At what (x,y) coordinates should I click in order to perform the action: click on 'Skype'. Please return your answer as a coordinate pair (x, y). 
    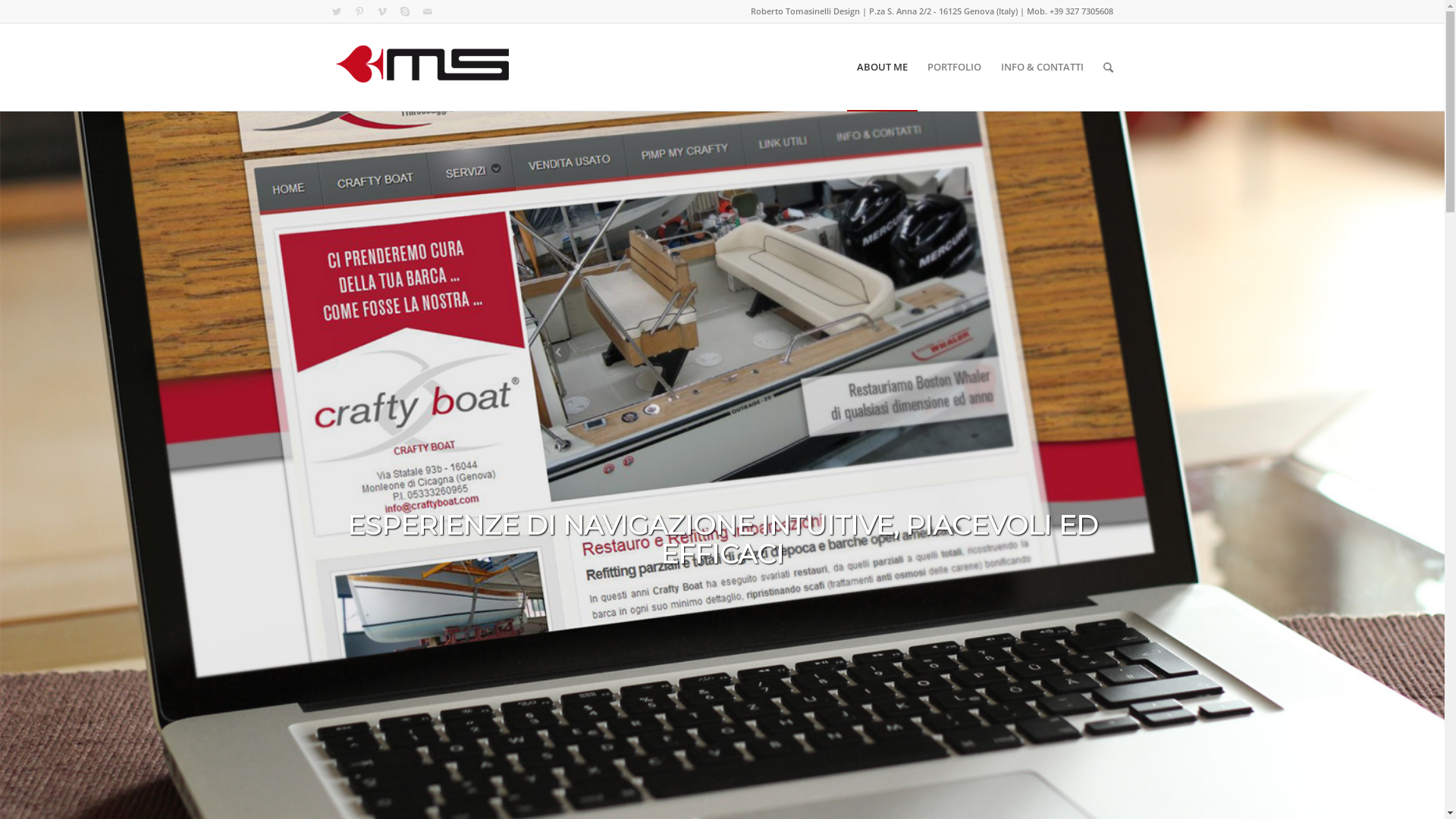
    Looking at the image, I should click on (403, 11).